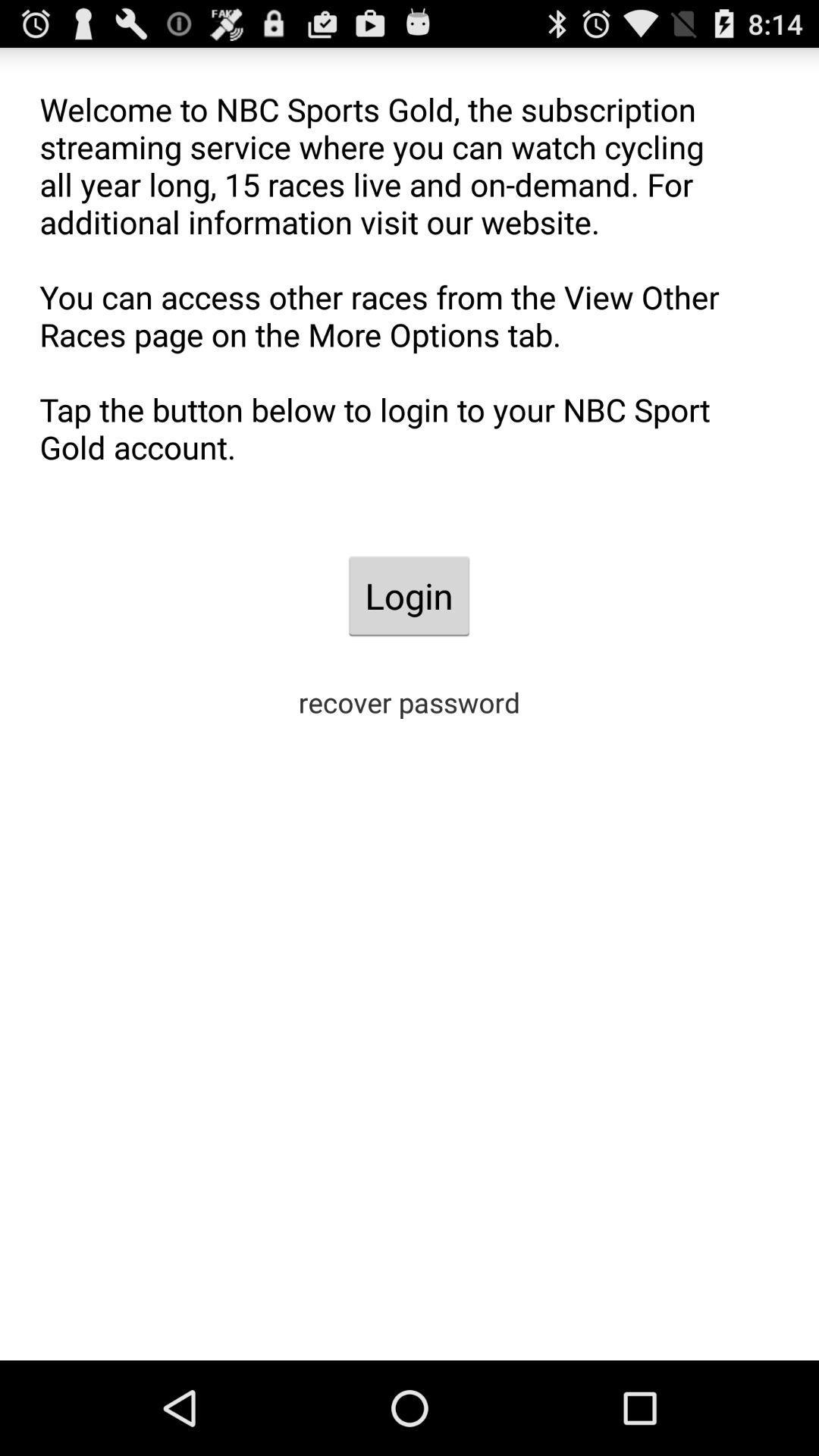  I want to click on recover password icon, so click(409, 701).